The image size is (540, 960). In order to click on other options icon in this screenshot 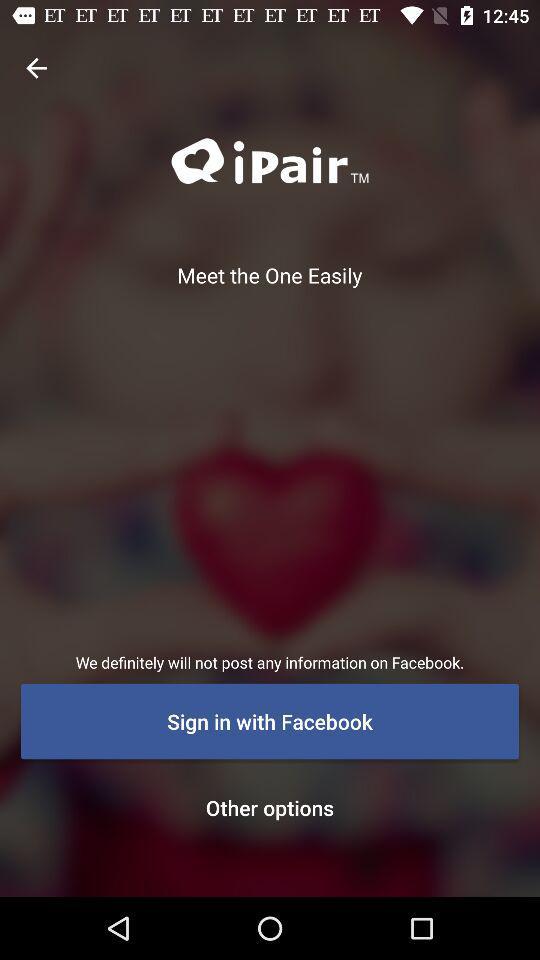, I will do `click(270, 807)`.